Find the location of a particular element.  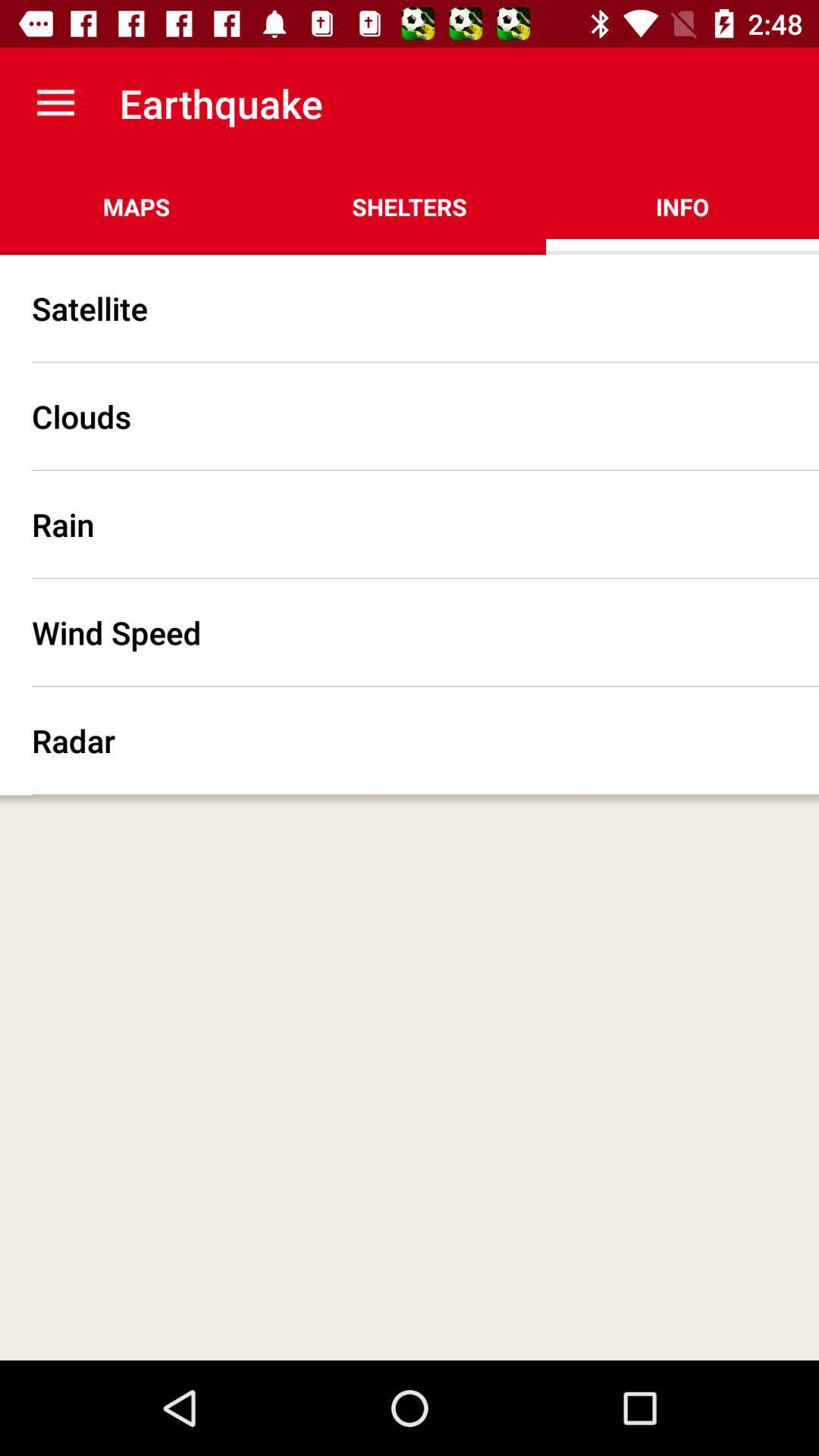

the item next to earthquake is located at coordinates (55, 102).